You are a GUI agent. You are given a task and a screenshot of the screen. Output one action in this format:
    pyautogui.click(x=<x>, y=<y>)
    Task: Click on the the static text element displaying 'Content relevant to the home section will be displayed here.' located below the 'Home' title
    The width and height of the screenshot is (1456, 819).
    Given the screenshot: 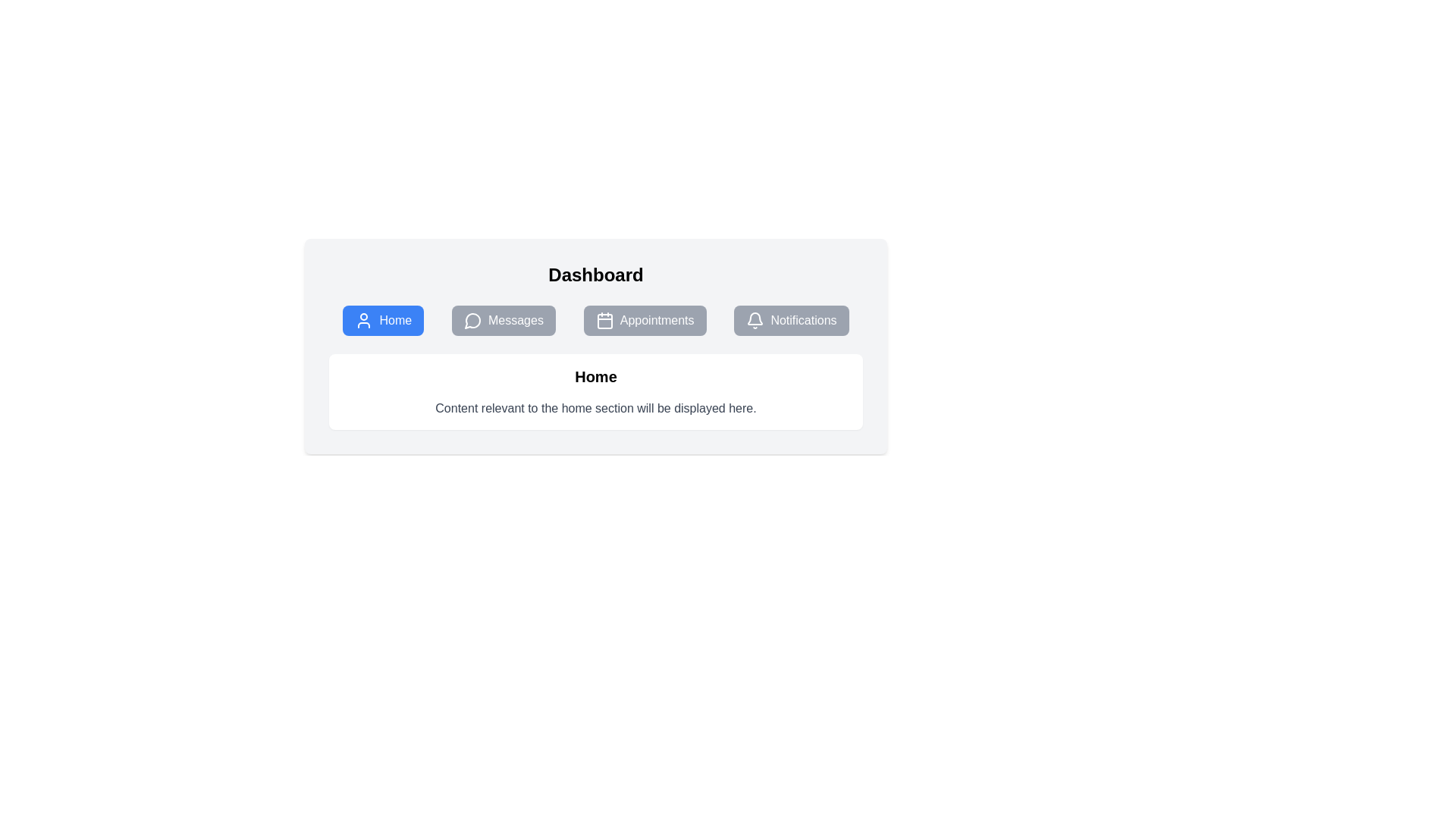 What is the action you would take?
    pyautogui.click(x=595, y=408)
    